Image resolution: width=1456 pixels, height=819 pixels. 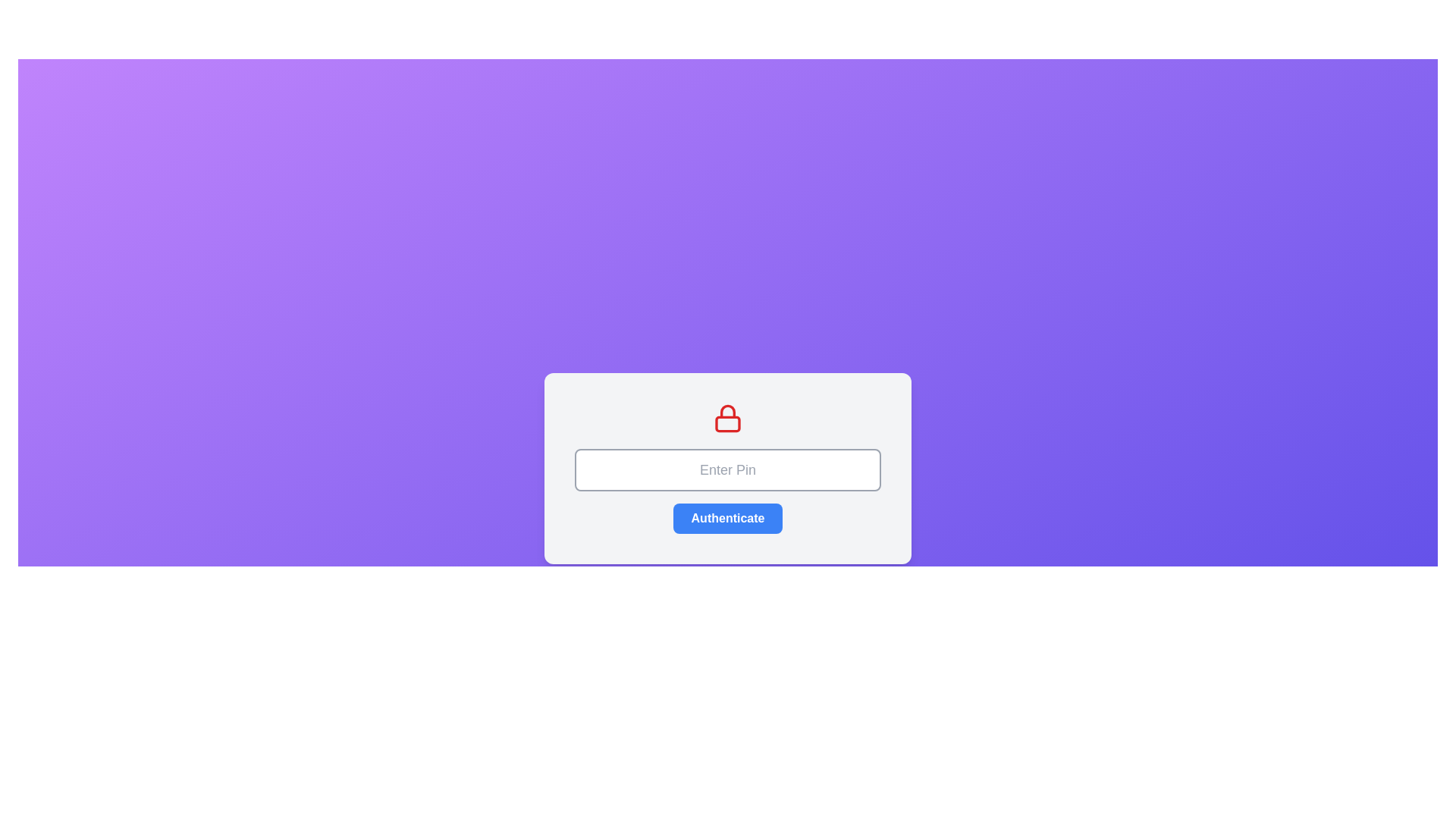 I want to click on the Password input field located centrally beneath the red lock icon and above the blue 'Authenticate' button for user authentication, so click(x=728, y=469).